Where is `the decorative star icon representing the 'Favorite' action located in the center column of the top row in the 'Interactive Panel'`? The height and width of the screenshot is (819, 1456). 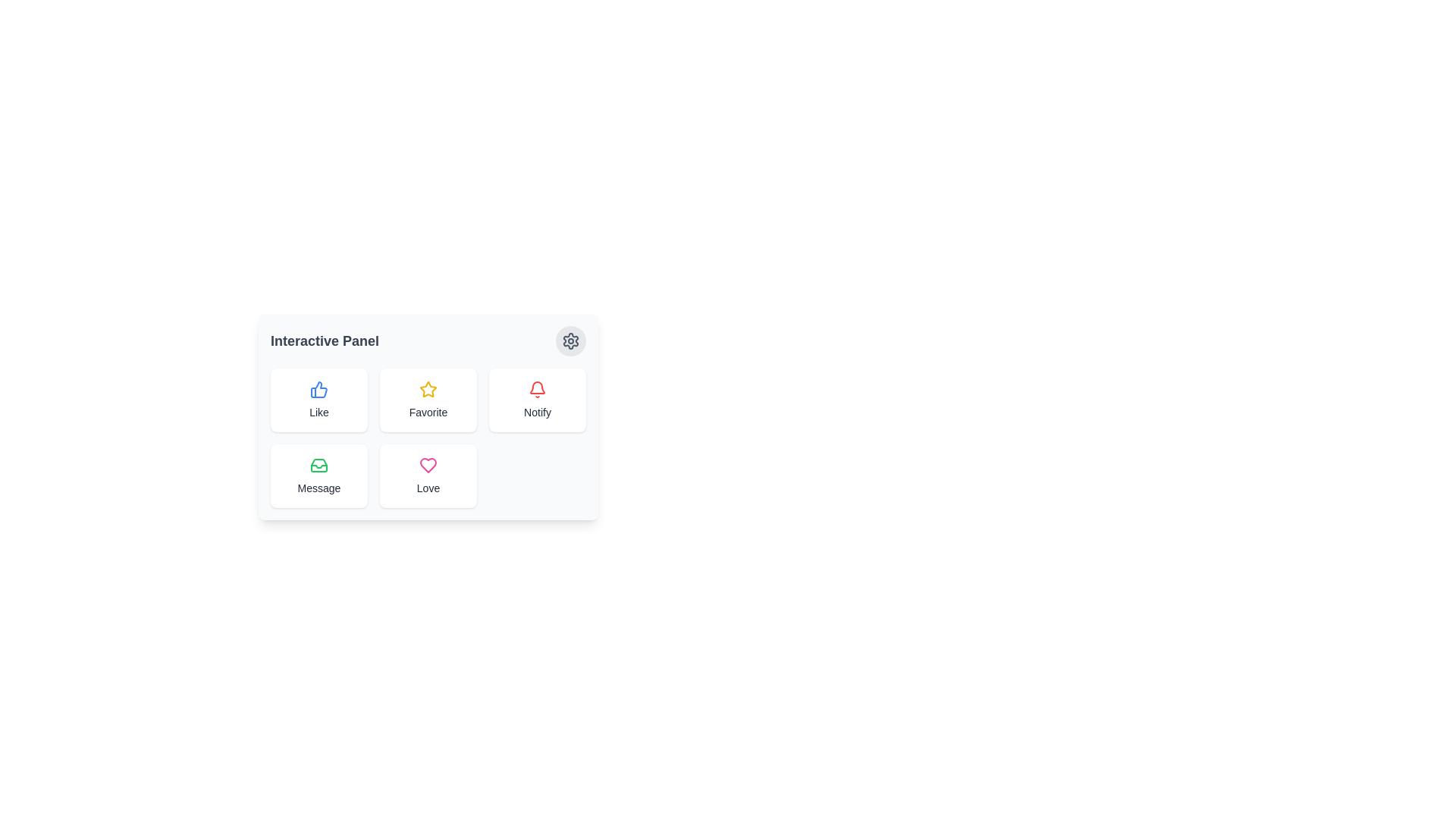 the decorative star icon representing the 'Favorite' action located in the center column of the top row in the 'Interactive Panel' is located at coordinates (428, 388).